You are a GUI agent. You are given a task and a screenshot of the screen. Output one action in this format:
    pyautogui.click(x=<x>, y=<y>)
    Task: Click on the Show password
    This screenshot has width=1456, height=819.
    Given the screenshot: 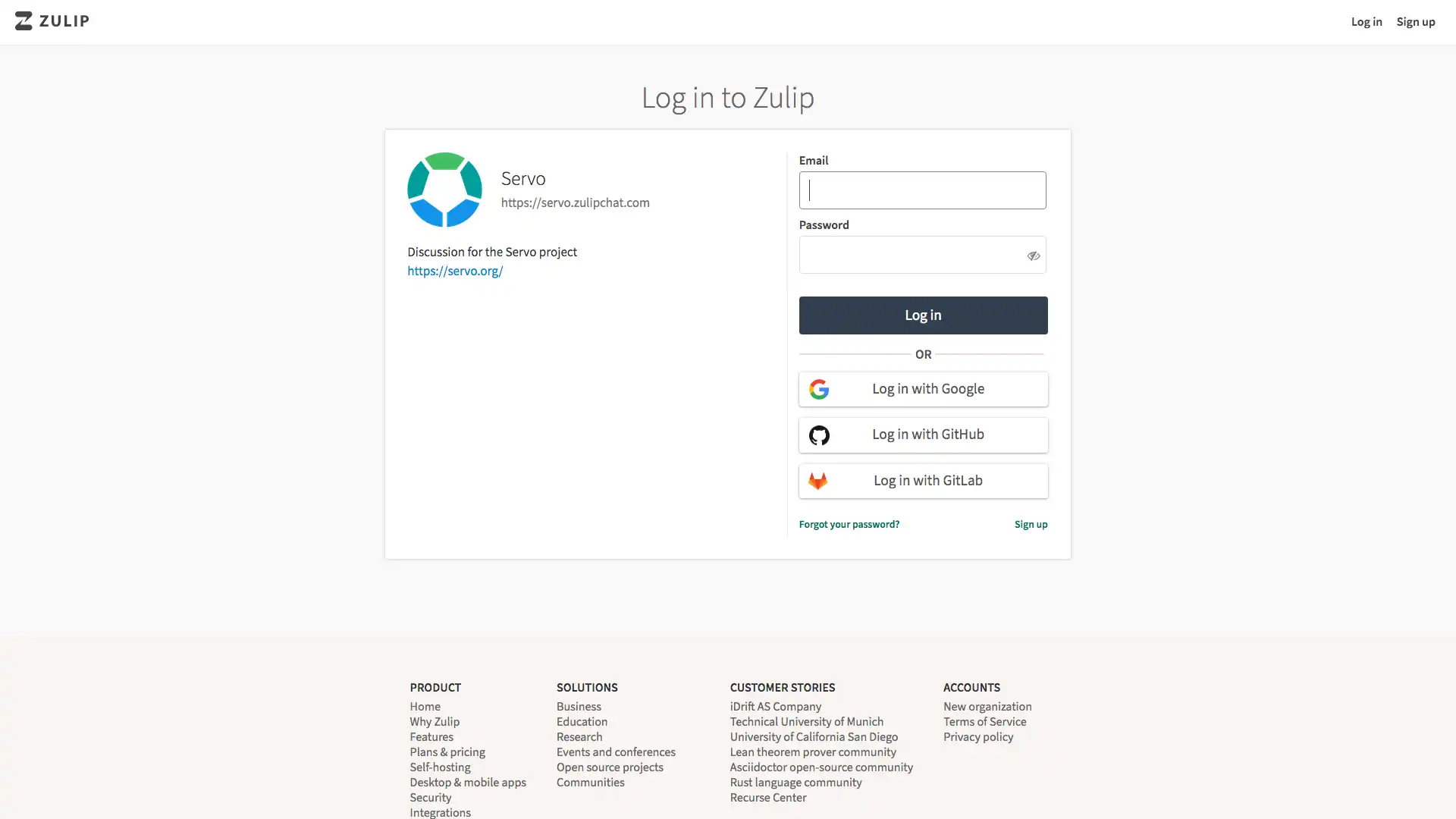 What is the action you would take?
    pyautogui.click(x=1032, y=253)
    